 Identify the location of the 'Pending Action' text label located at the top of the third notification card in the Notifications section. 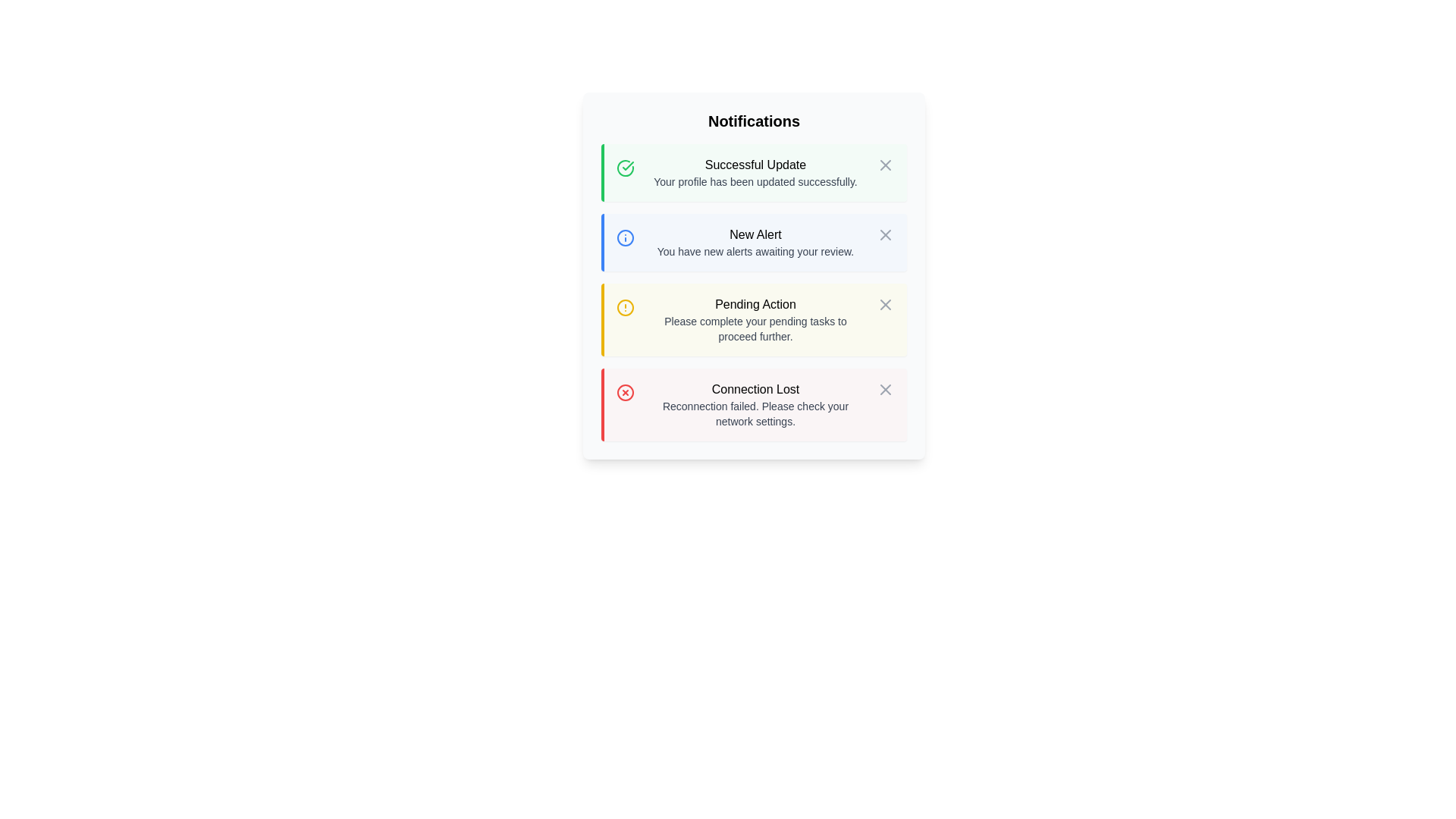
(755, 304).